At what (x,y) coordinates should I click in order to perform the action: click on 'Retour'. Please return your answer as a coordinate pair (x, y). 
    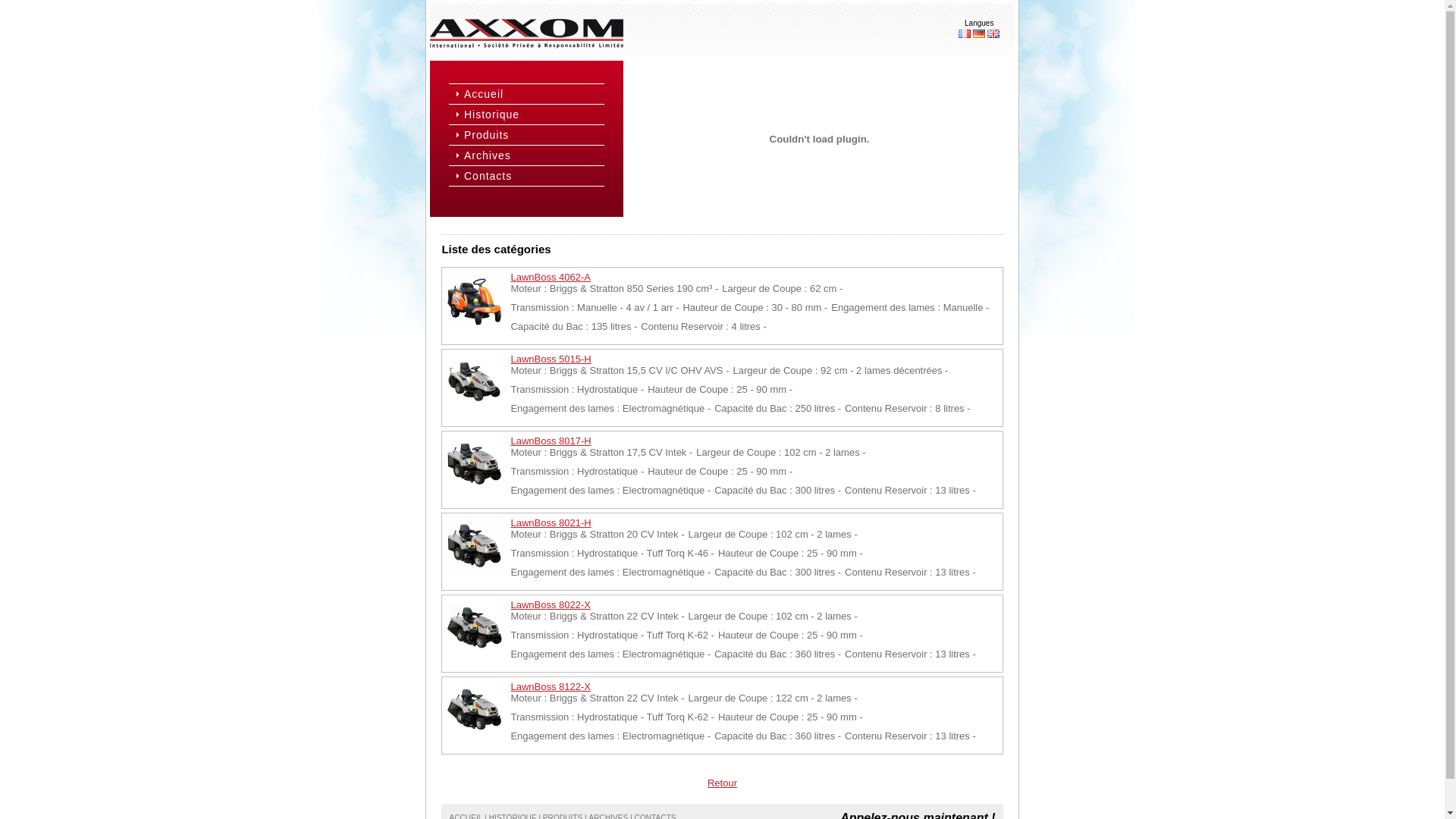
    Looking at the image, I should click on (721, 783).